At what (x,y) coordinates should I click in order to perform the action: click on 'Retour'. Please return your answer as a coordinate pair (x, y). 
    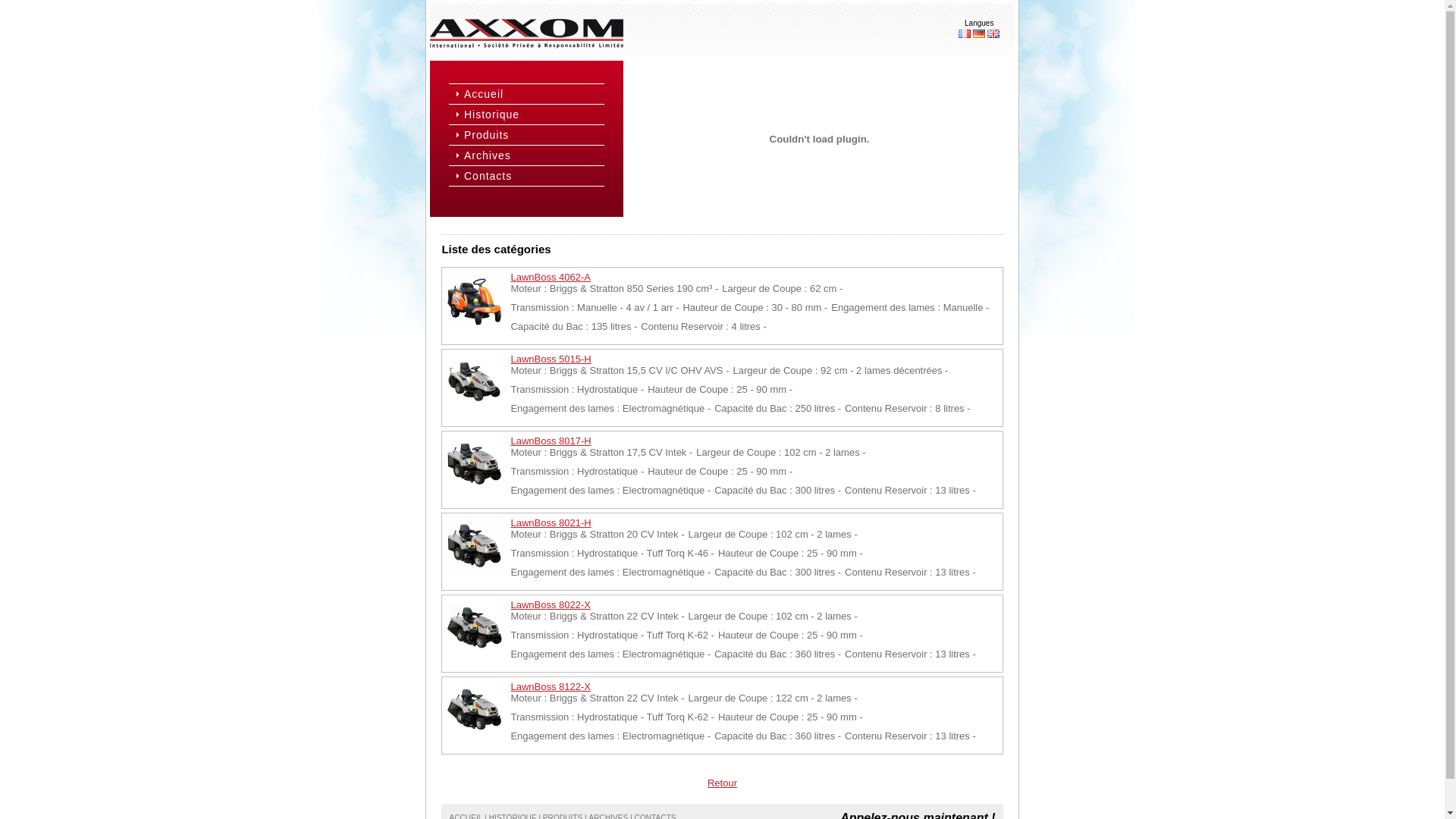
    Looking at the image, I should click on (721, 783).